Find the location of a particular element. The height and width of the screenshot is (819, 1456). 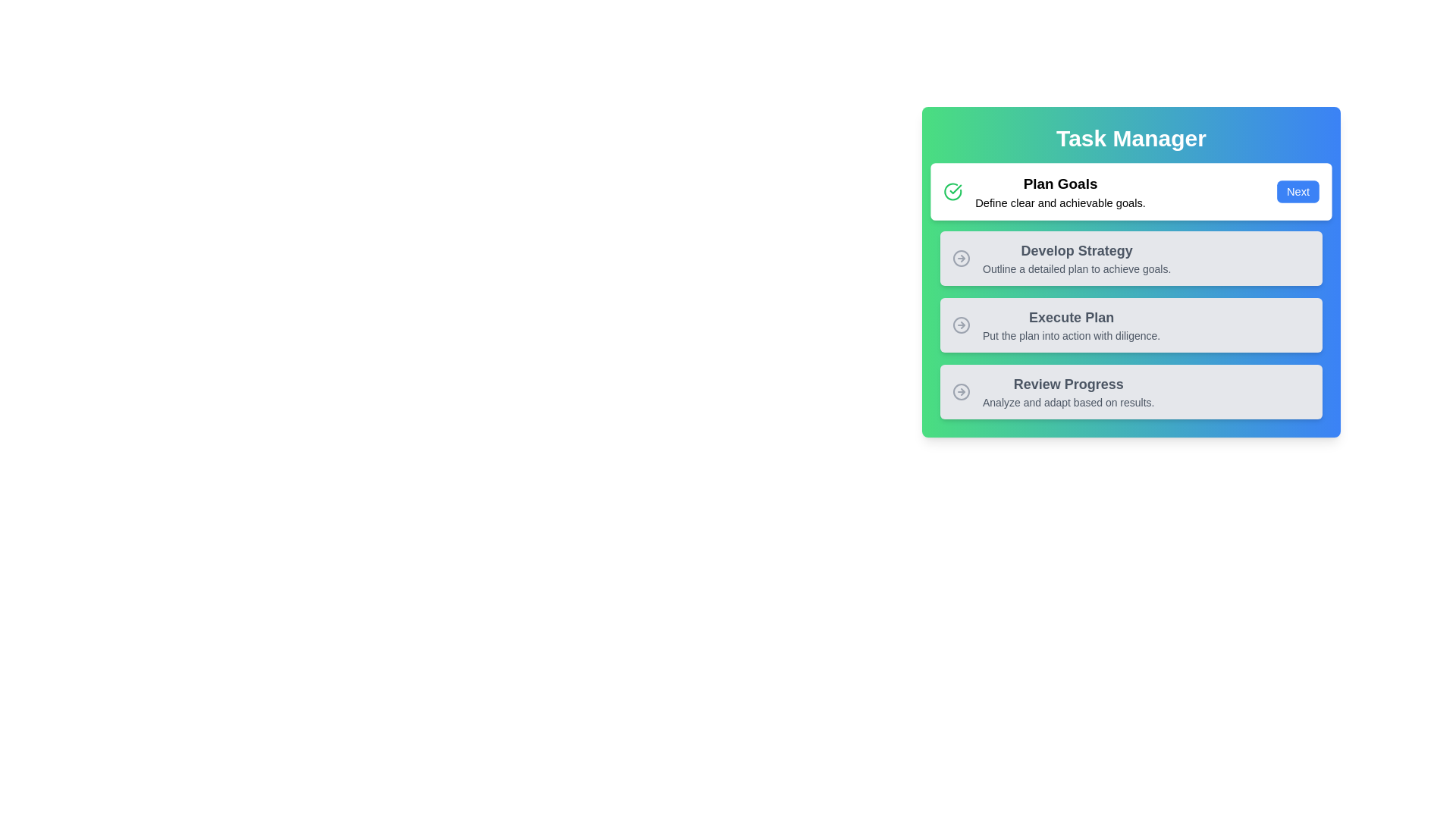

the text block containing 'Outline a detailed plan to achieve goals.' which is positioned below the 'Develop Strategy' title in the 'Task Manager' interface is located at coordinates (1076, 268).